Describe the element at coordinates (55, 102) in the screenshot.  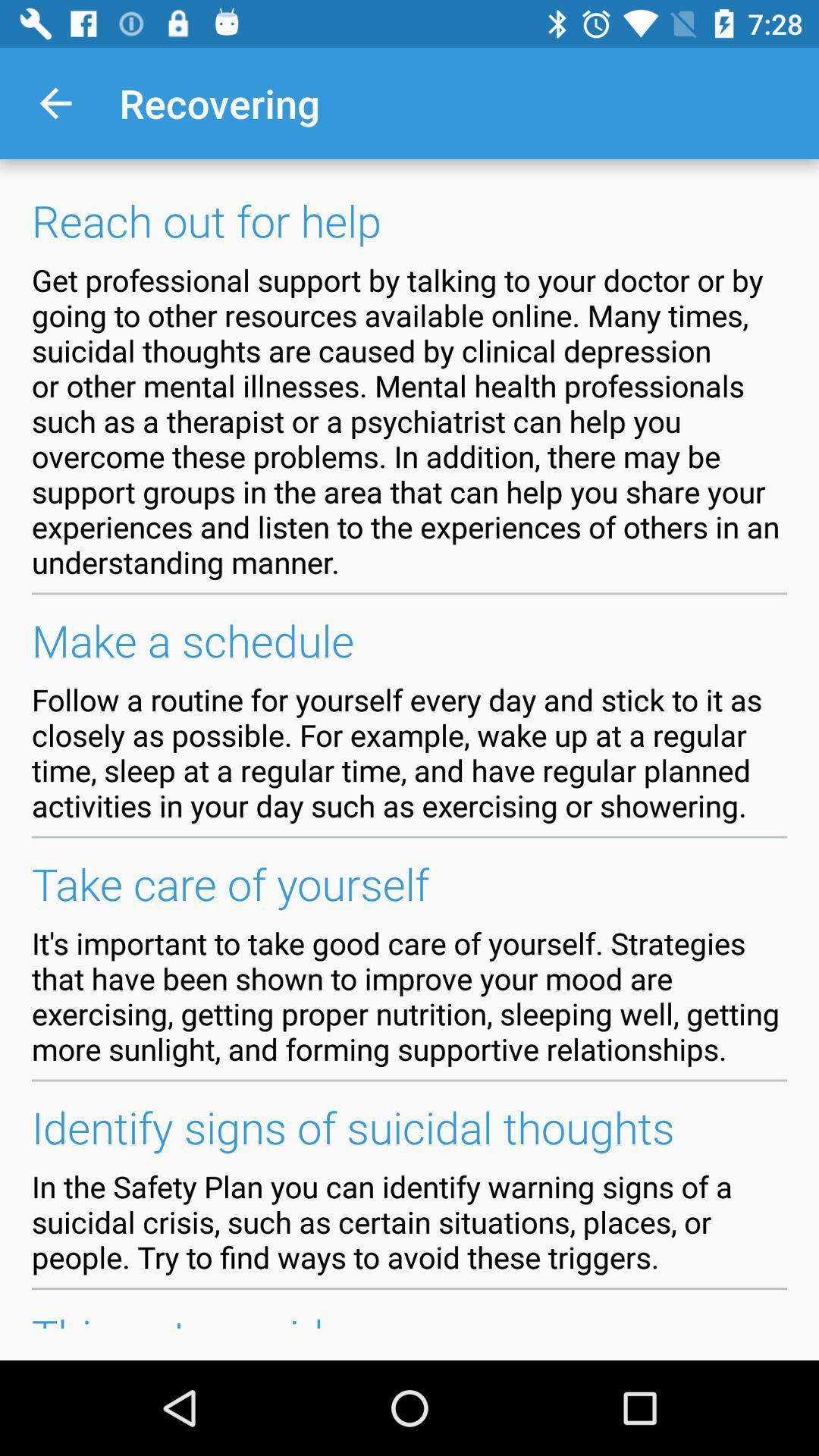
I see `the item above the reach out for icon` at that location.